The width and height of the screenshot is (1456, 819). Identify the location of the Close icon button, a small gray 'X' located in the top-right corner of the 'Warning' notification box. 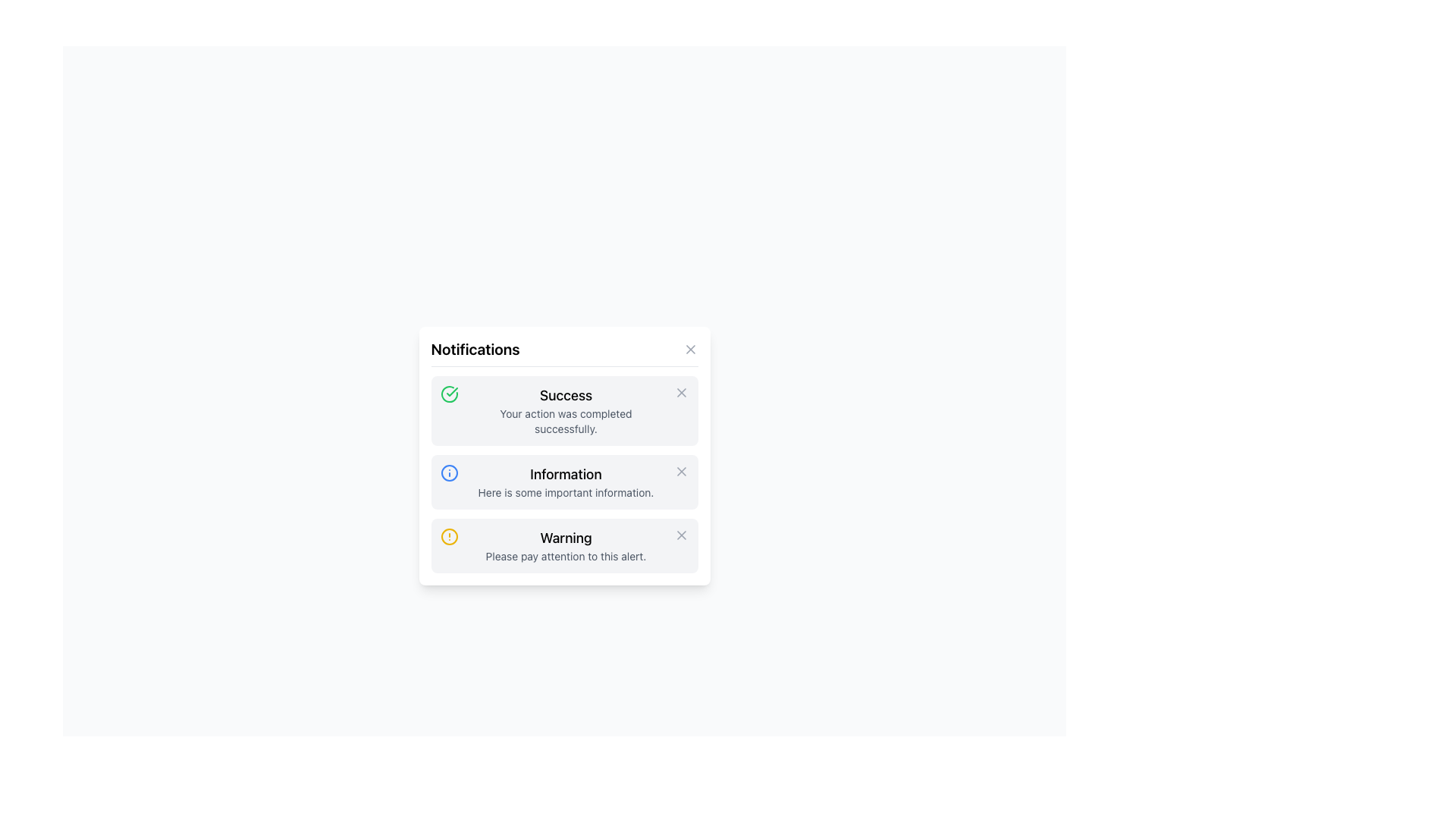
(680, 534).